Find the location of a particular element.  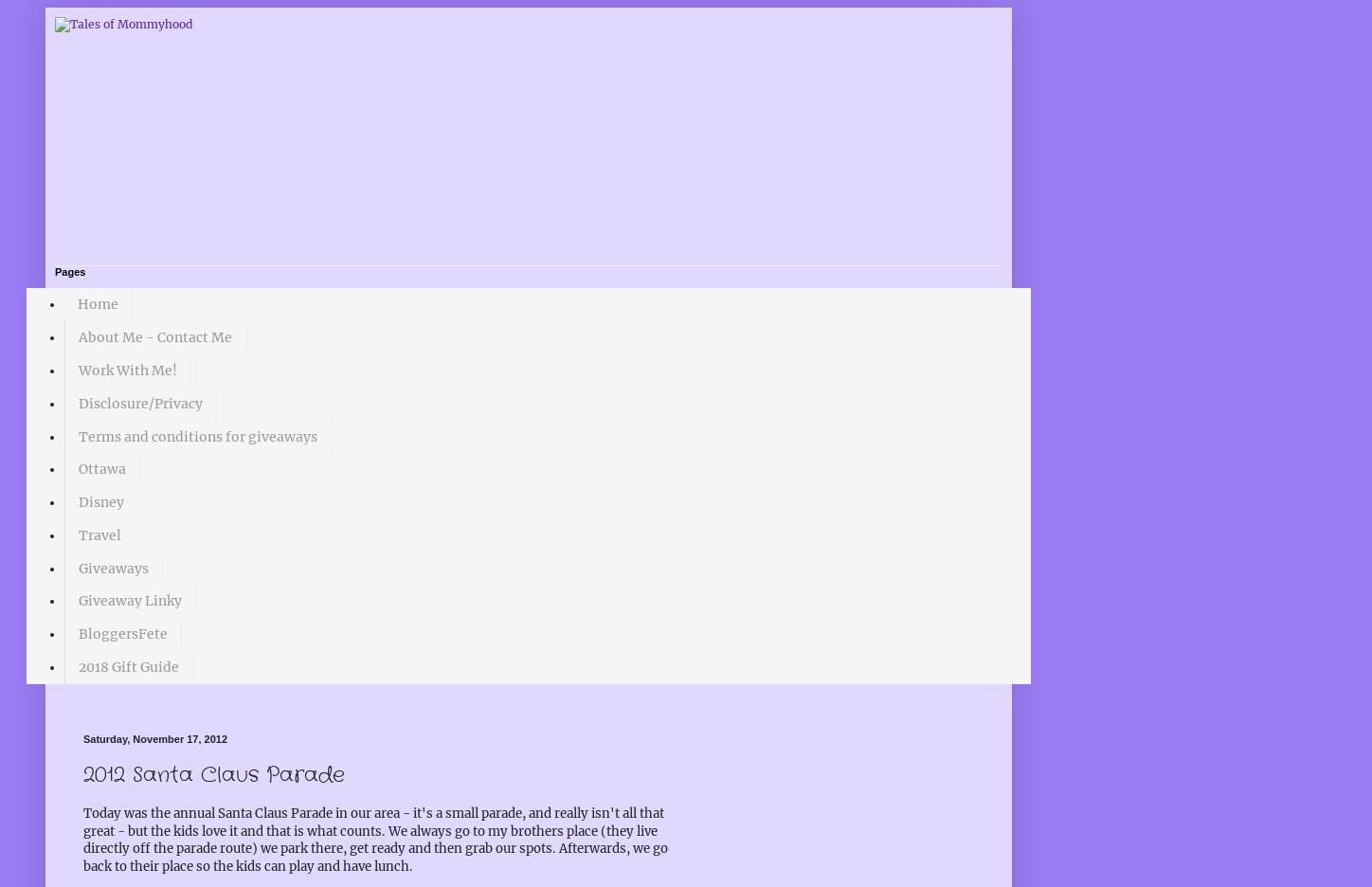

'2018 Gift Guide' is located at coordinates (78, 665).